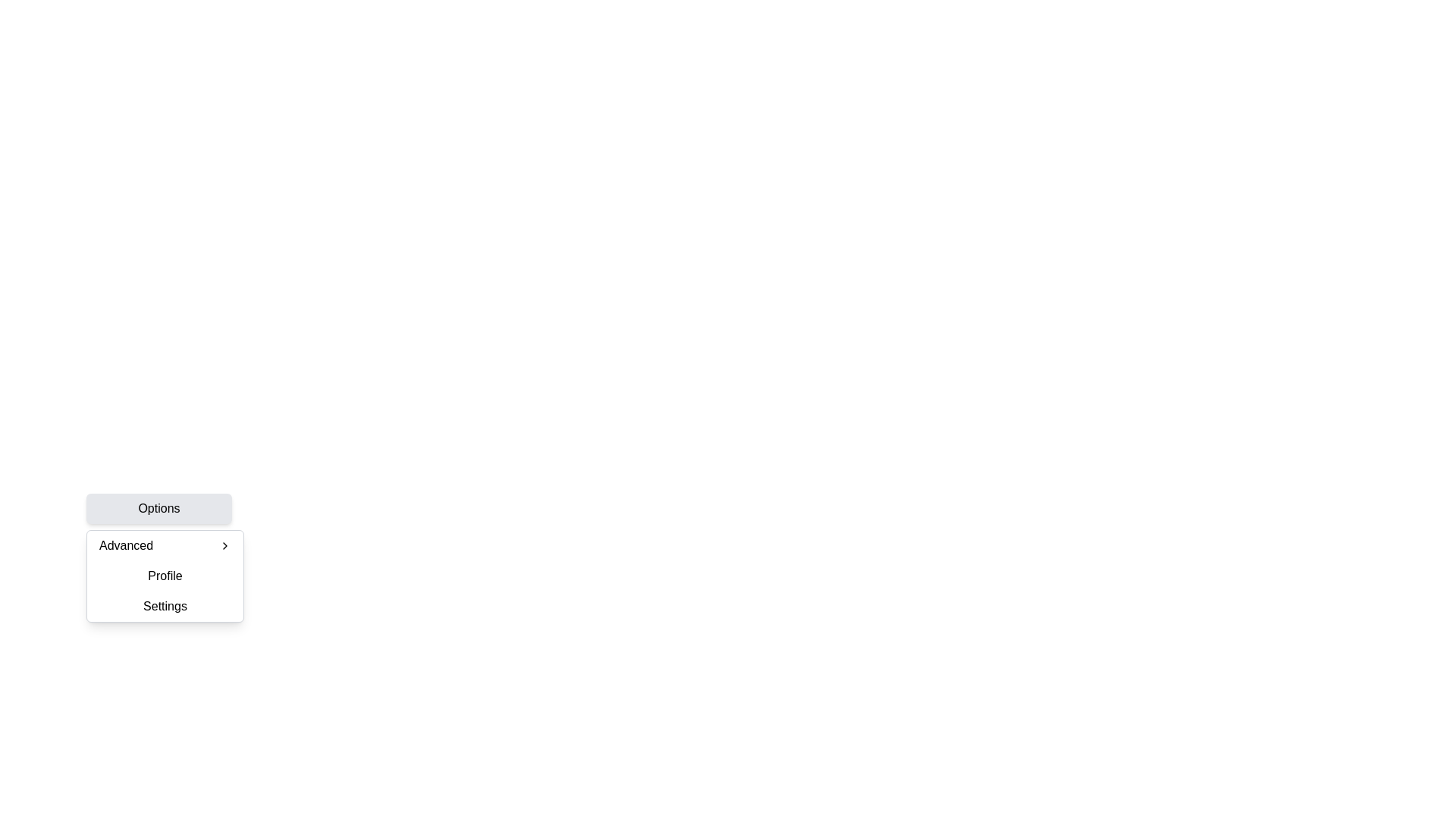 The height and width of the screenshot is (819, 1456). Describe the element at coordinates (165, 576) in the screenshot. I see `the second option in the dropdown menu, which is likely leading to the user's profile page or settings, to trigger a background color change` at that location.